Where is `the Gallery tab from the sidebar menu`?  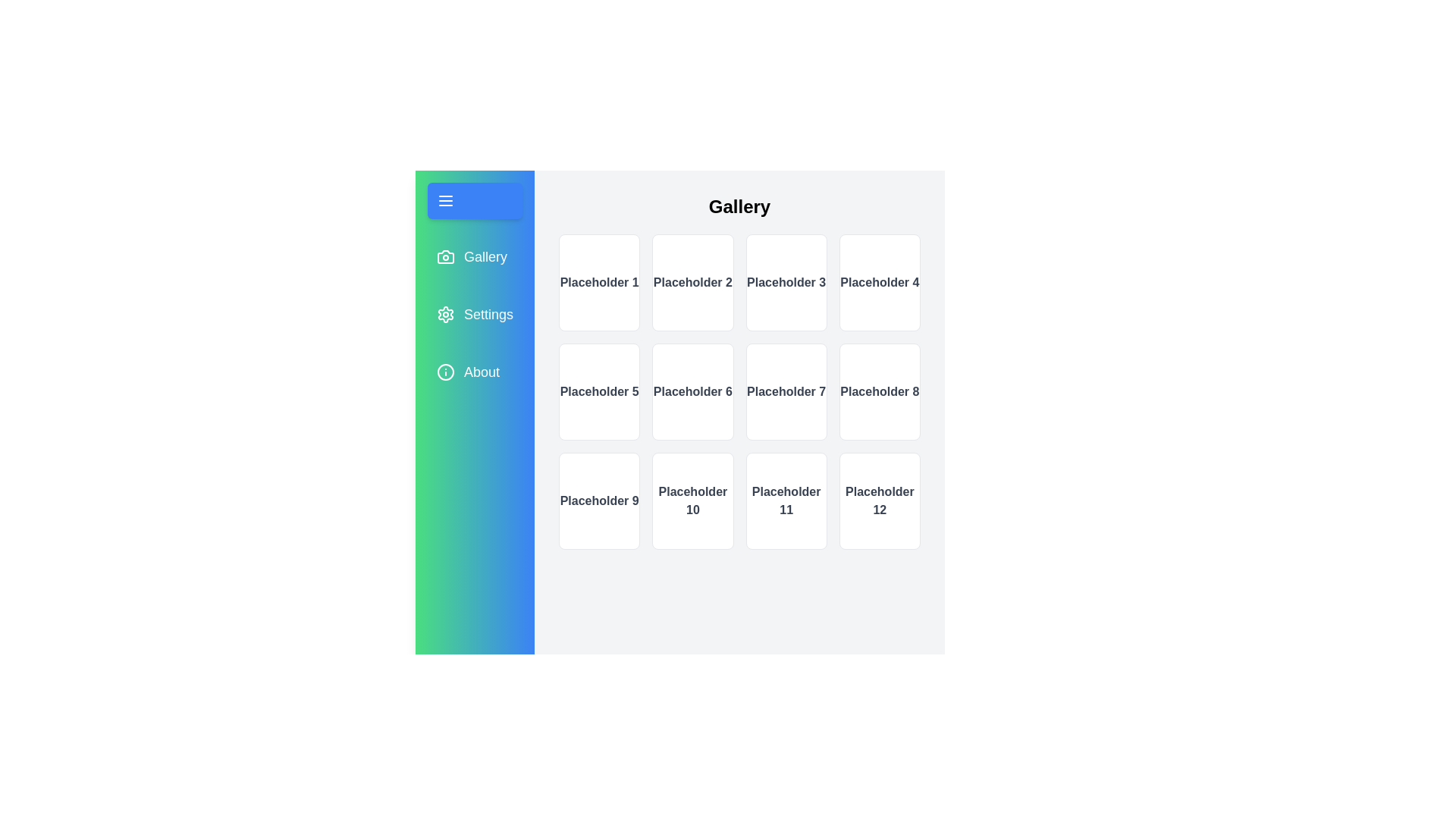
the Gallery tab from the sidebar menu is located at coordinates (473, 256).